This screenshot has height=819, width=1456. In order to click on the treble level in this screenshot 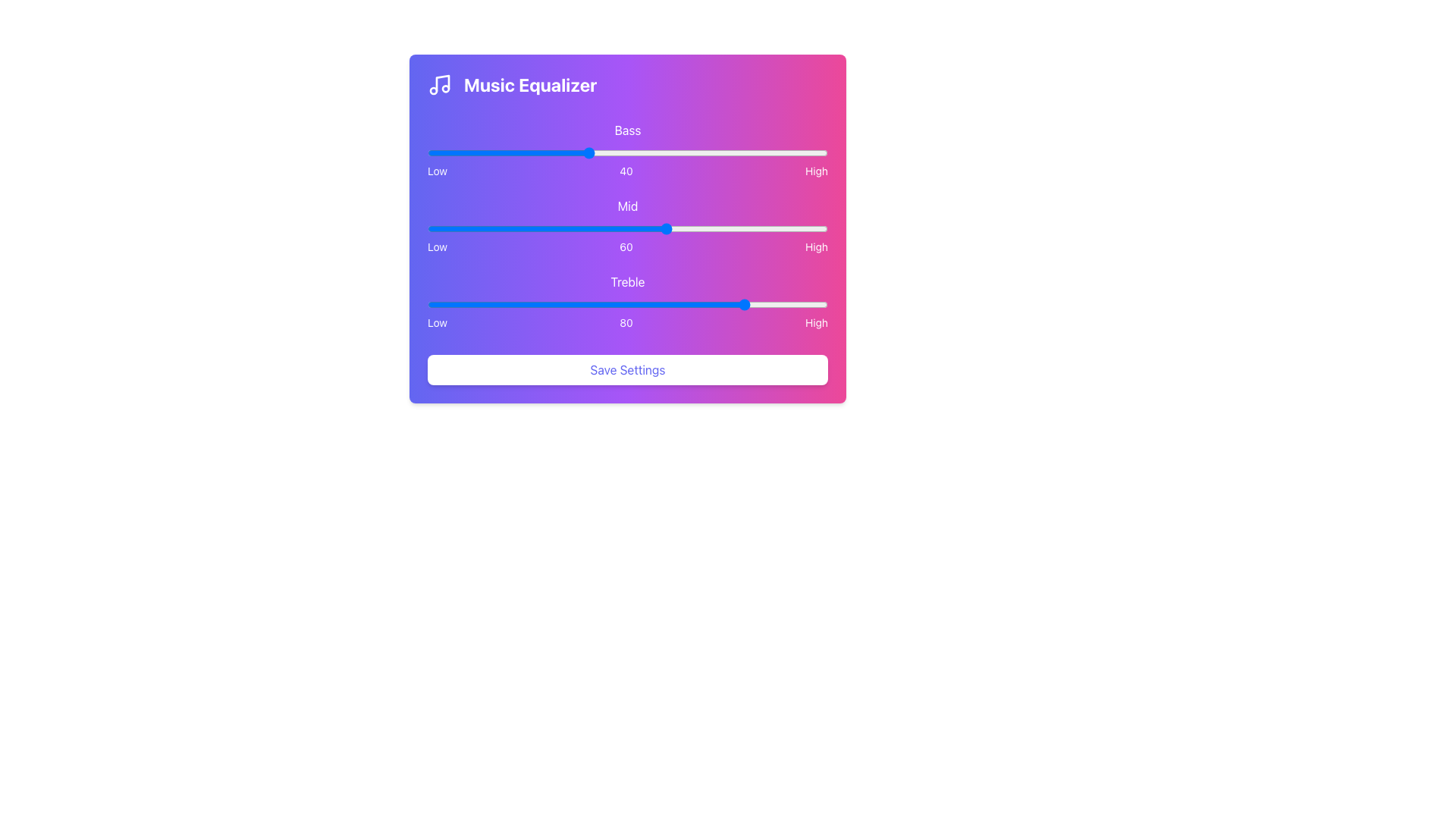, I will do `click(639, 304)`.